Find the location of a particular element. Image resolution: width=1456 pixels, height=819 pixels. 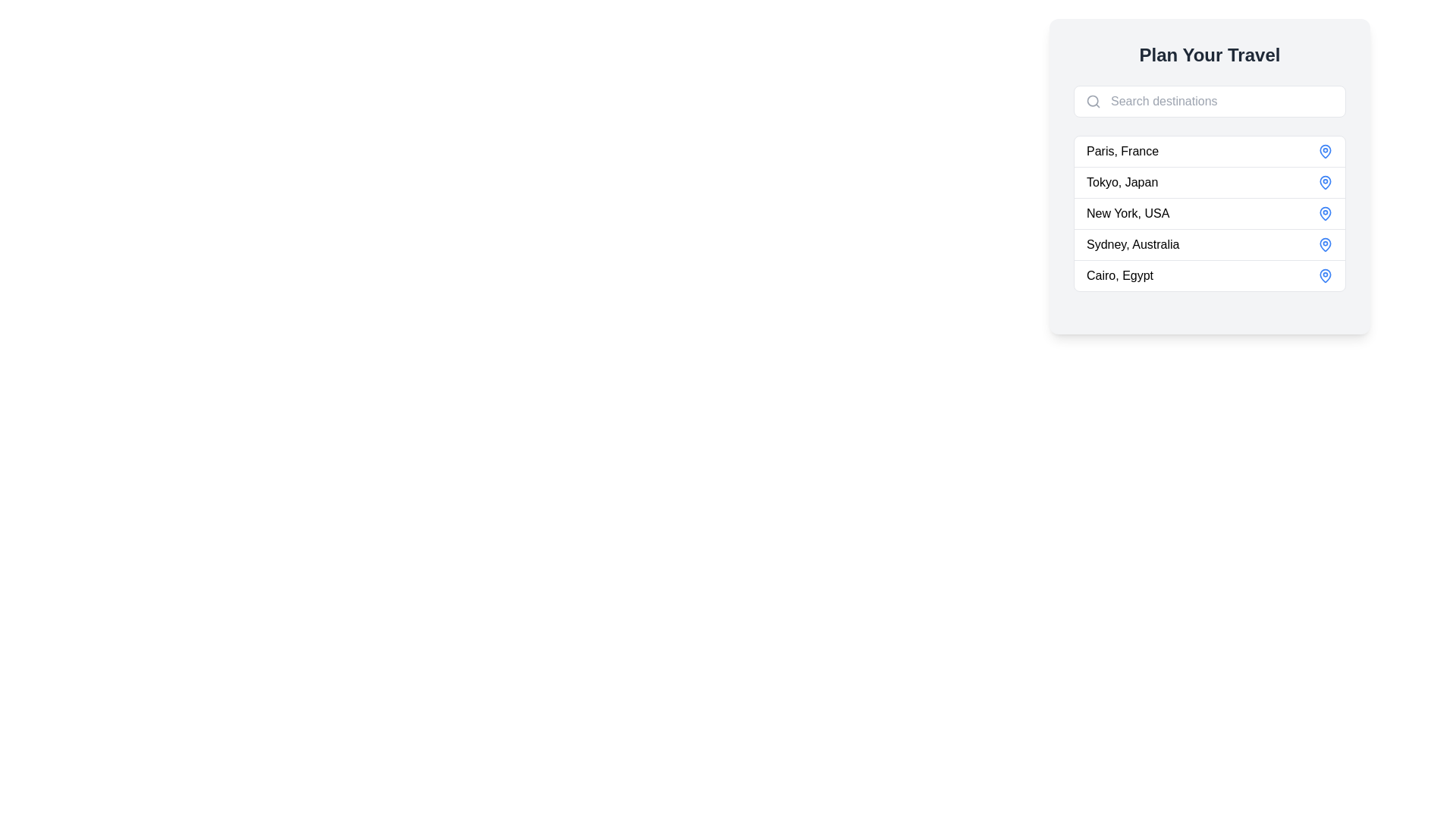

the second item is located at coordinates (1209, 175).